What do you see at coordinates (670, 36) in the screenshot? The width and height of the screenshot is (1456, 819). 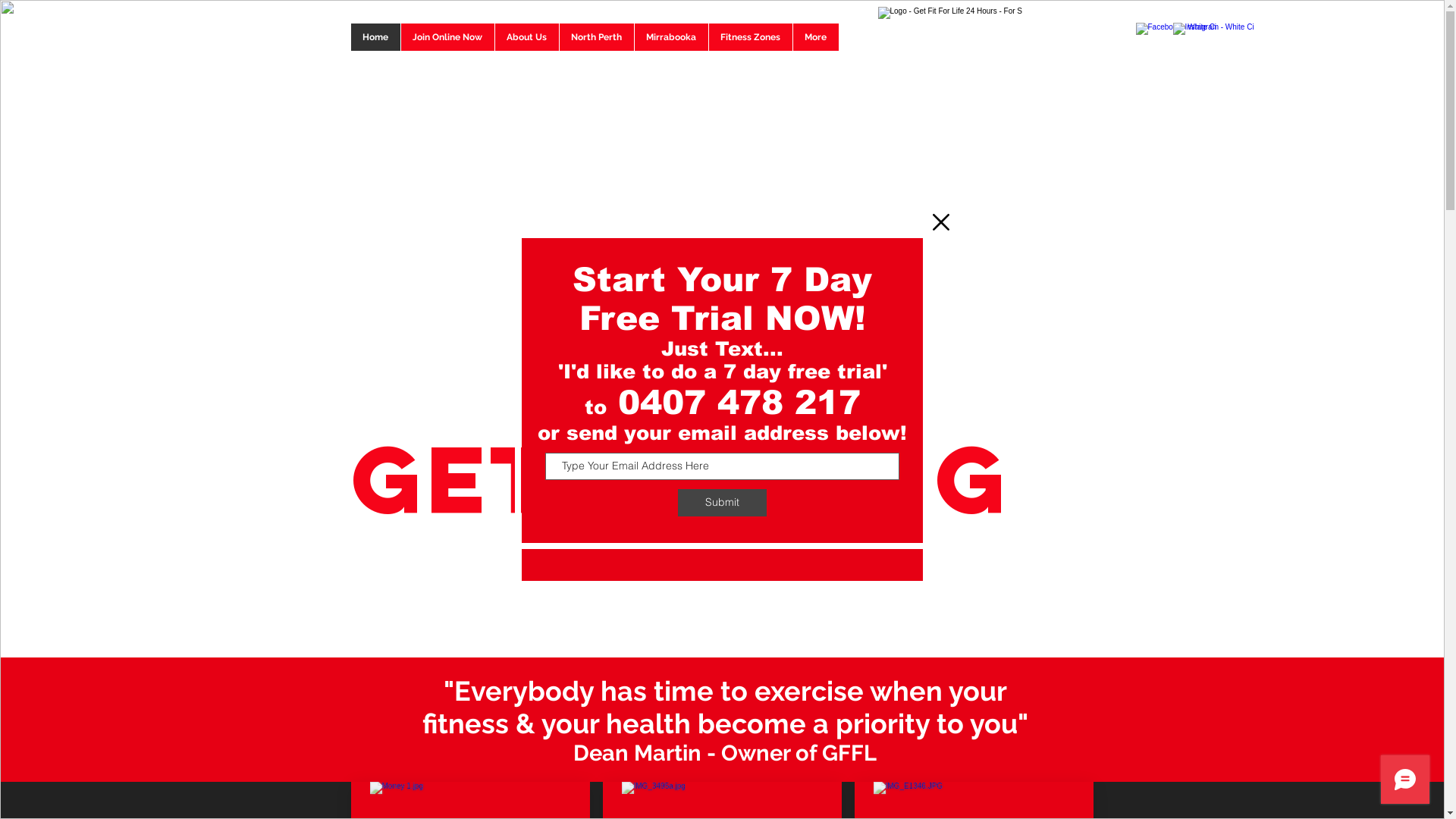 I see `'Mirrabooka'` at bounding box center [670, 36].